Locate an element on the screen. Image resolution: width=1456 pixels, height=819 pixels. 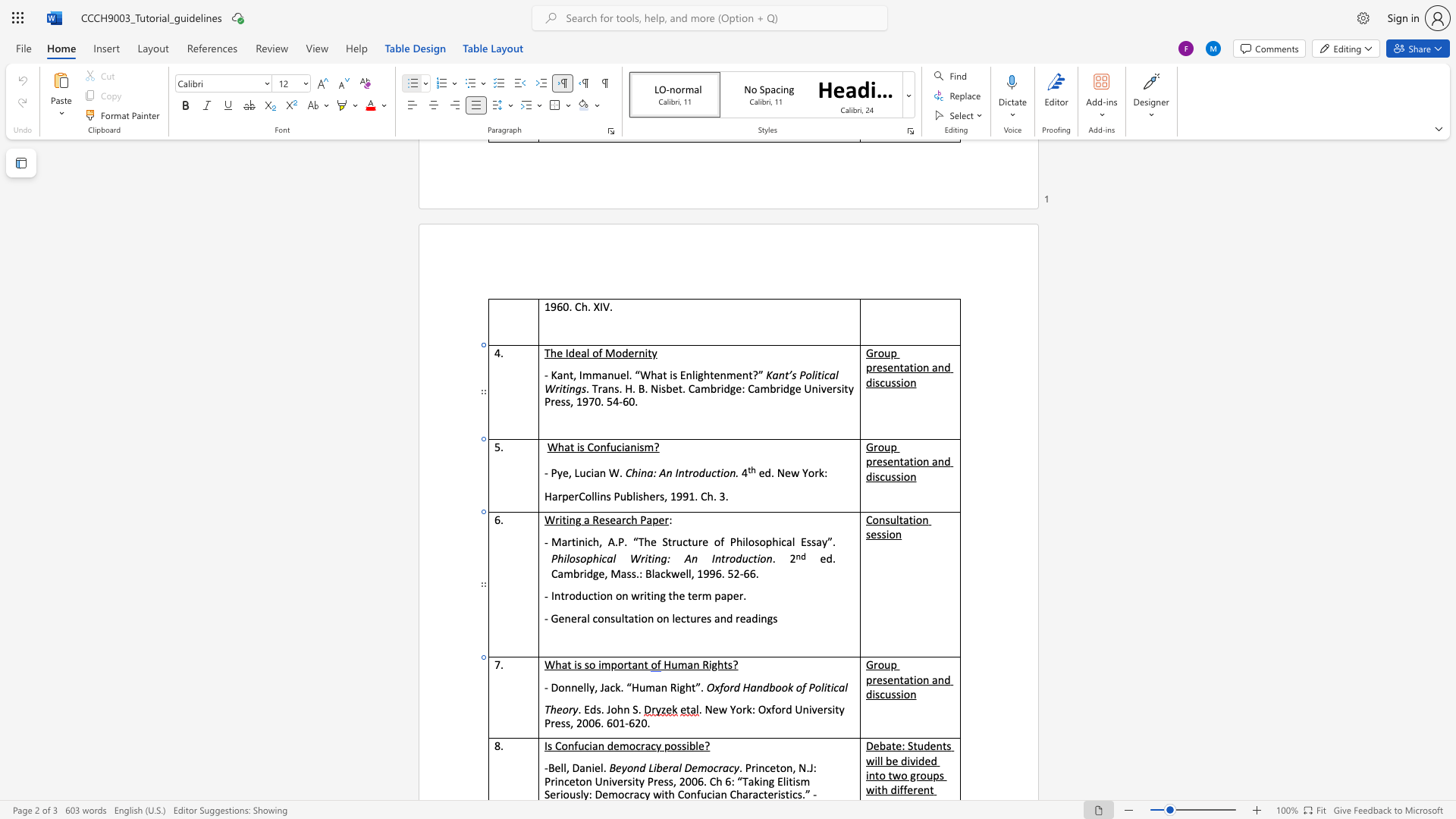
the 4th character "s" in the text is located at coordinates (883, 533).